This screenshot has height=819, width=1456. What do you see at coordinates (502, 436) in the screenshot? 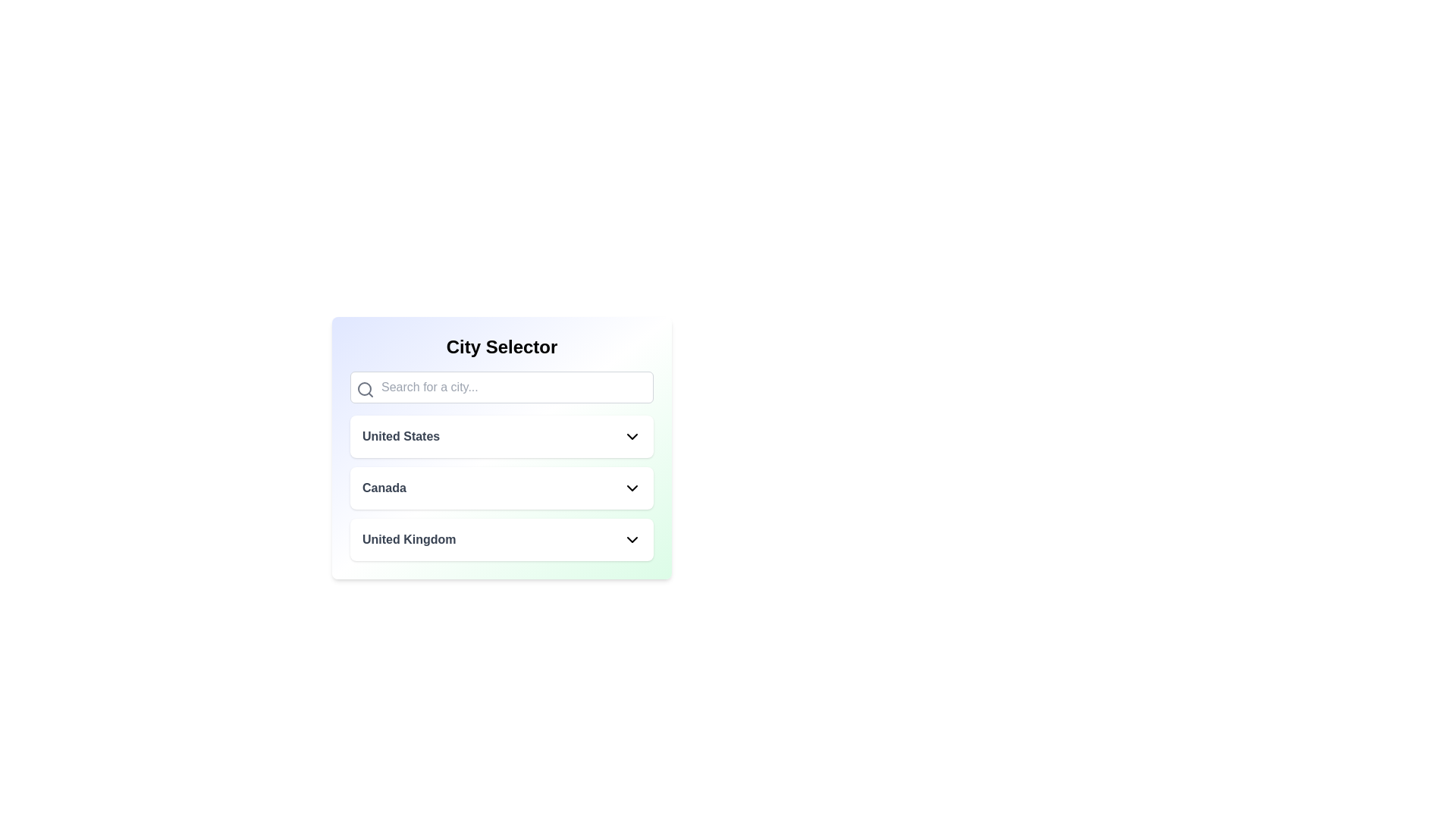
I see `the clickable menu item for selecting 'United States' in the 'City Selector' dropdown menu` at bounding box center [502, 436].